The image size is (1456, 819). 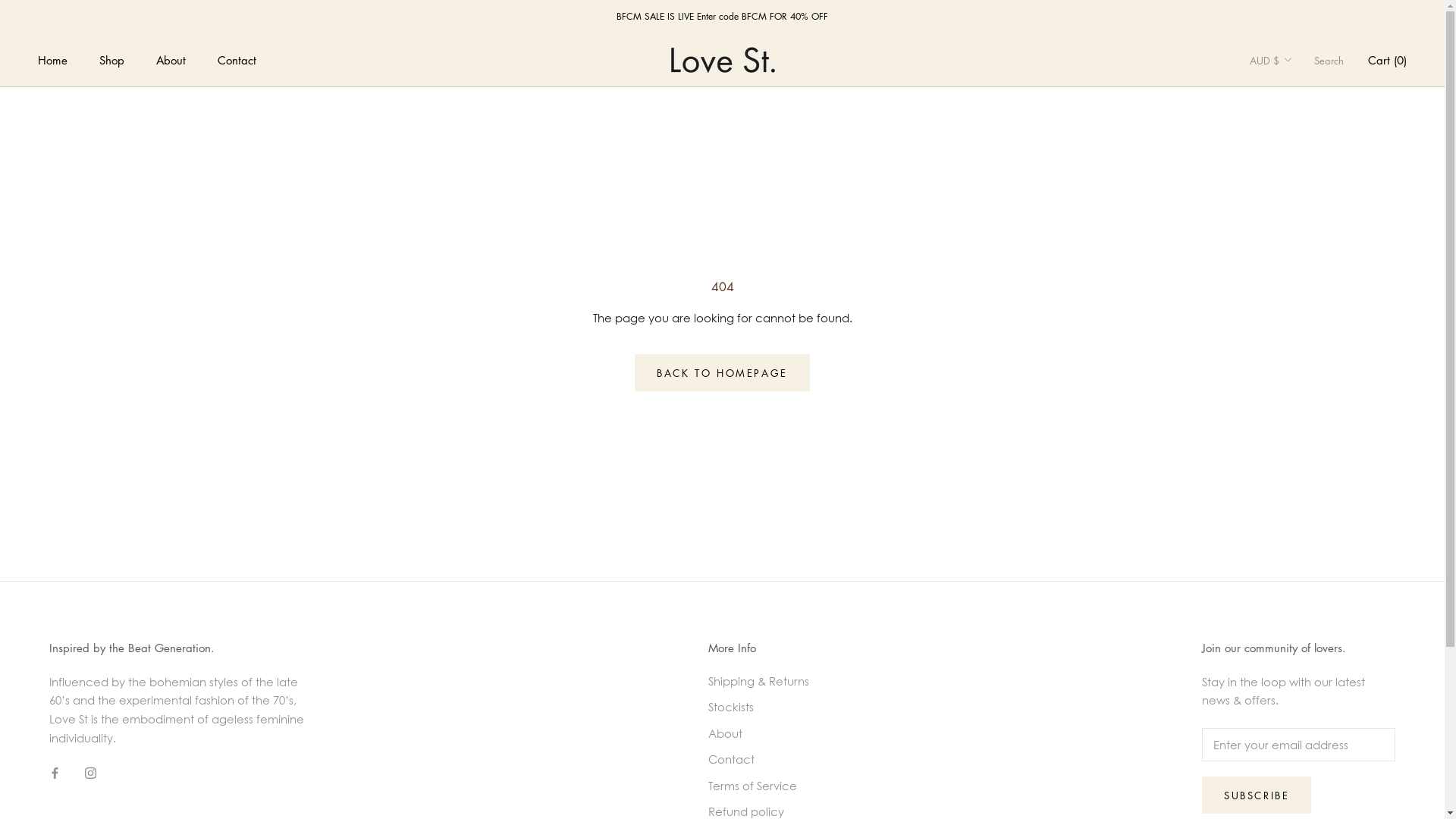 What do you see at coordinates (1294, 500) in the screenshot?
I see `'BZD'` at bounding box center [1294, 500].